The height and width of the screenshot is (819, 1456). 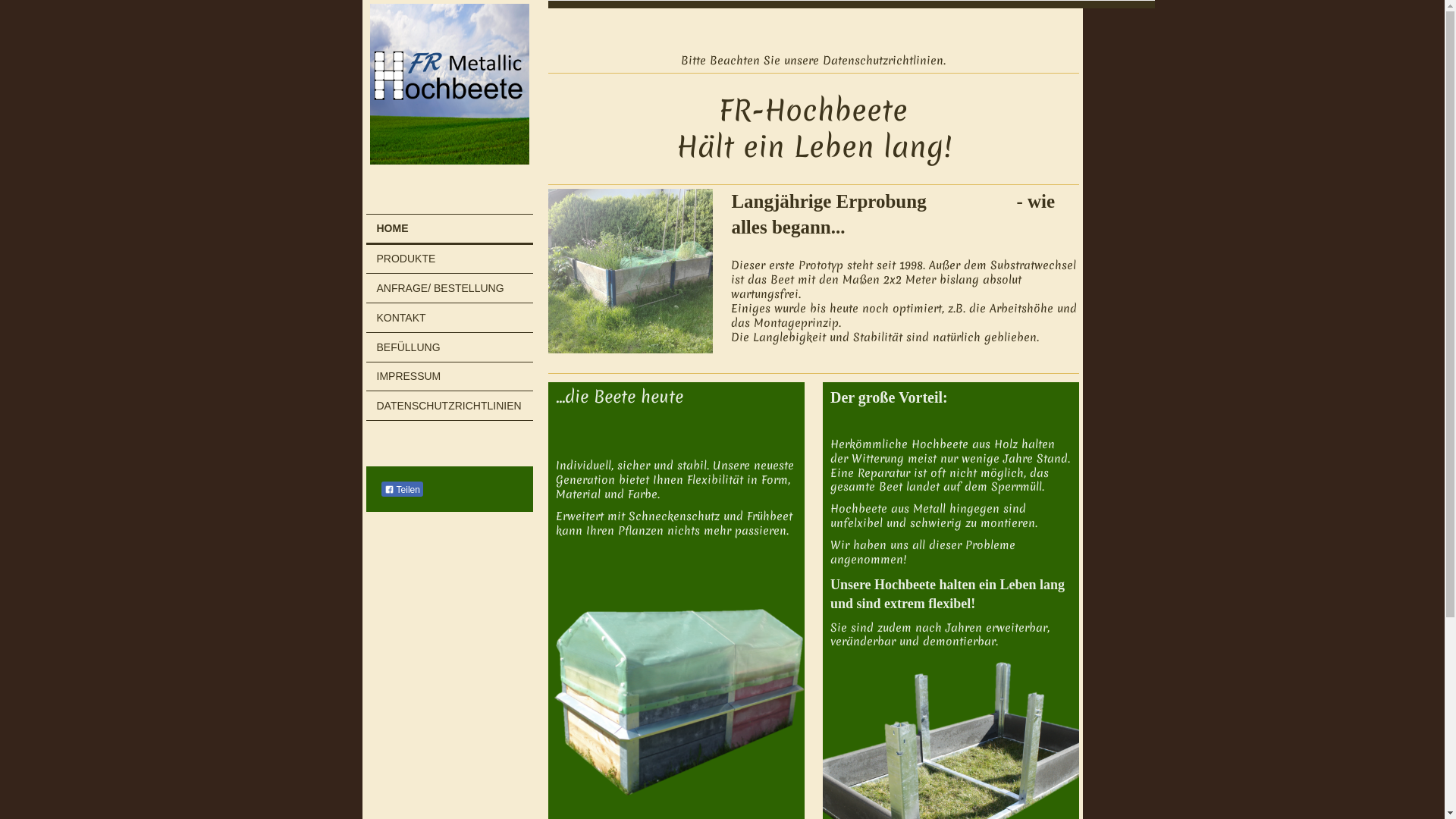 What do you see at coordinates (448, 376) in the screenshot?
I see `'IMPRESSUM'` at bounding box center [448, 376].